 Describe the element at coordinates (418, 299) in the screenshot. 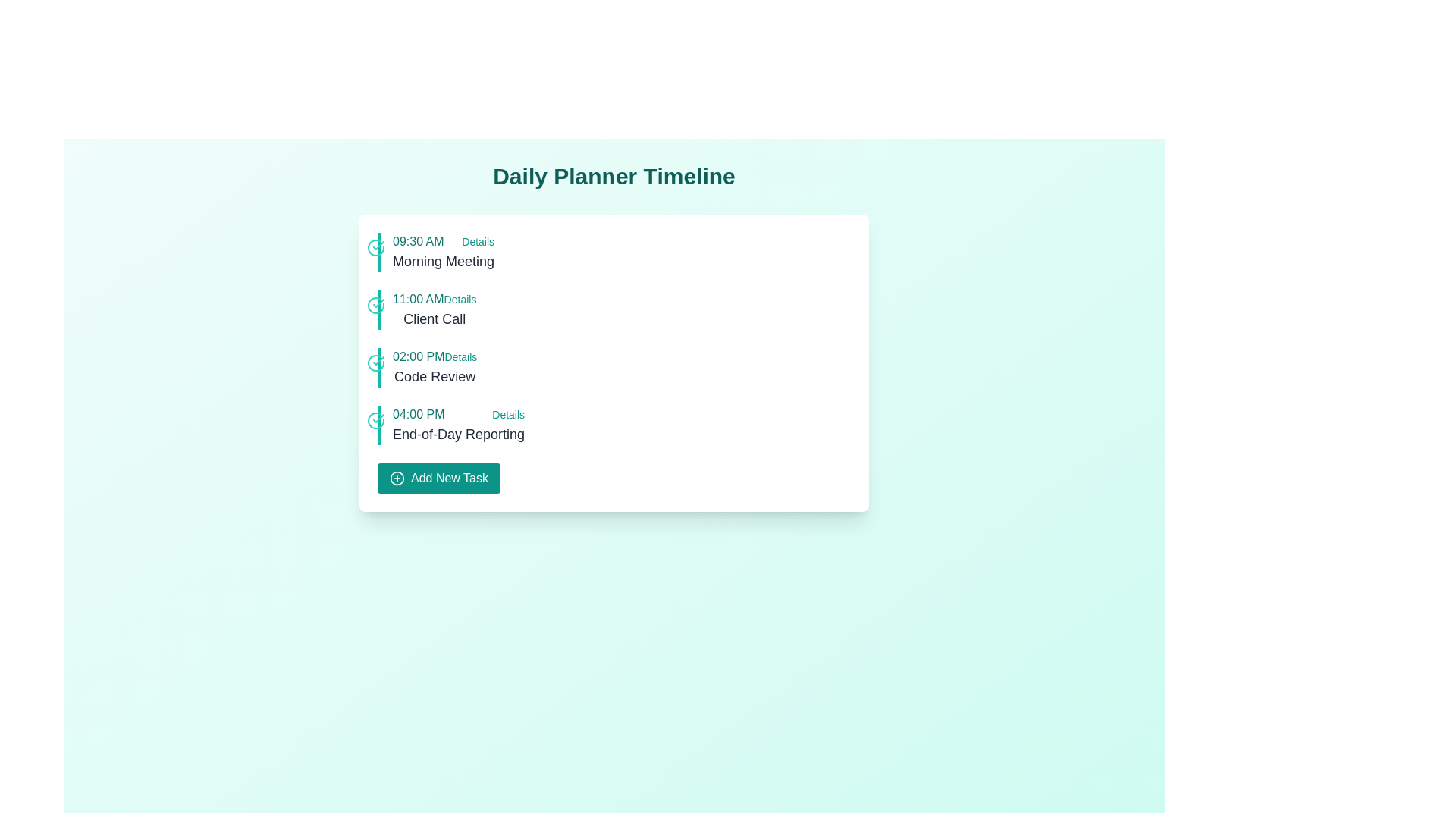

I see `the 'Details' link adjacent to the Text Label displaying '11:00 AM' in teal color within the timeline panel` at that location.